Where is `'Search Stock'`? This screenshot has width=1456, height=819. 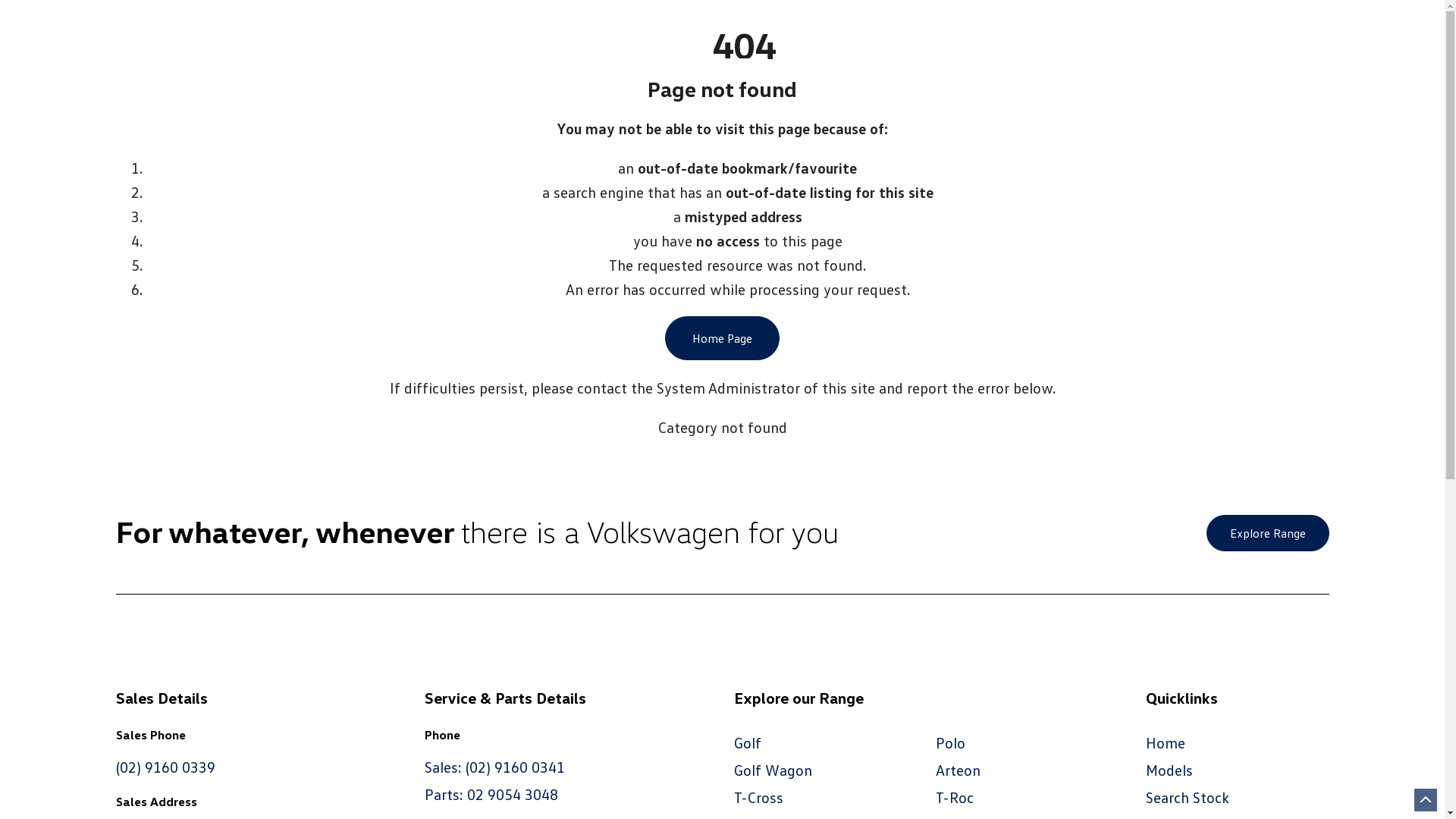
'Search Stock' is located at coordinates (1186, 795).